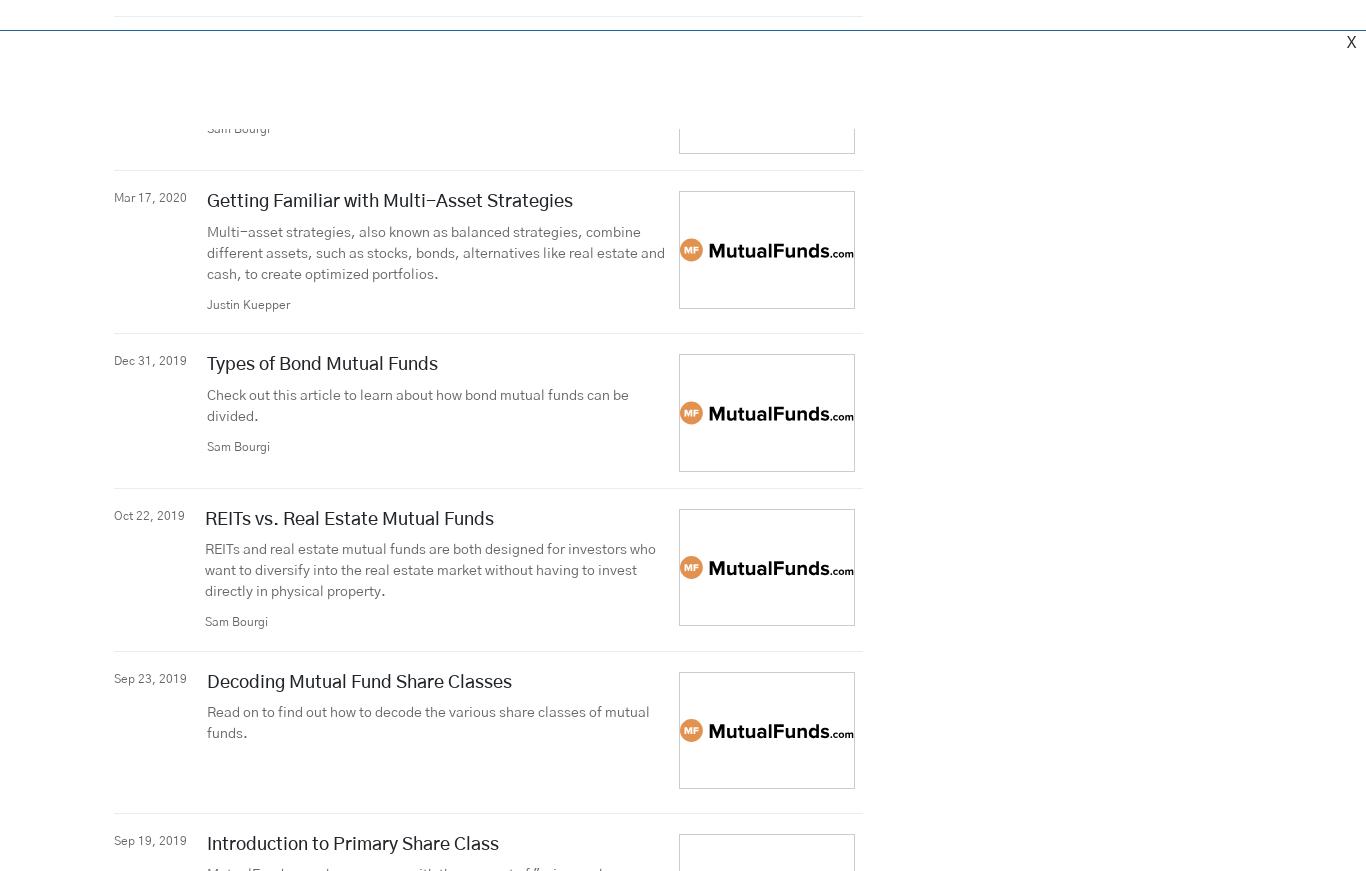 The height and width of the screenshot is (871, 1366). What do you see at coordinates (429, 571) in the screenshot?
I see `'REITs and real estate mutual funds are both designed for investors who want to diversify into the real estate market without having to invest directly in physical property.'` at bounding box center [429, 571].